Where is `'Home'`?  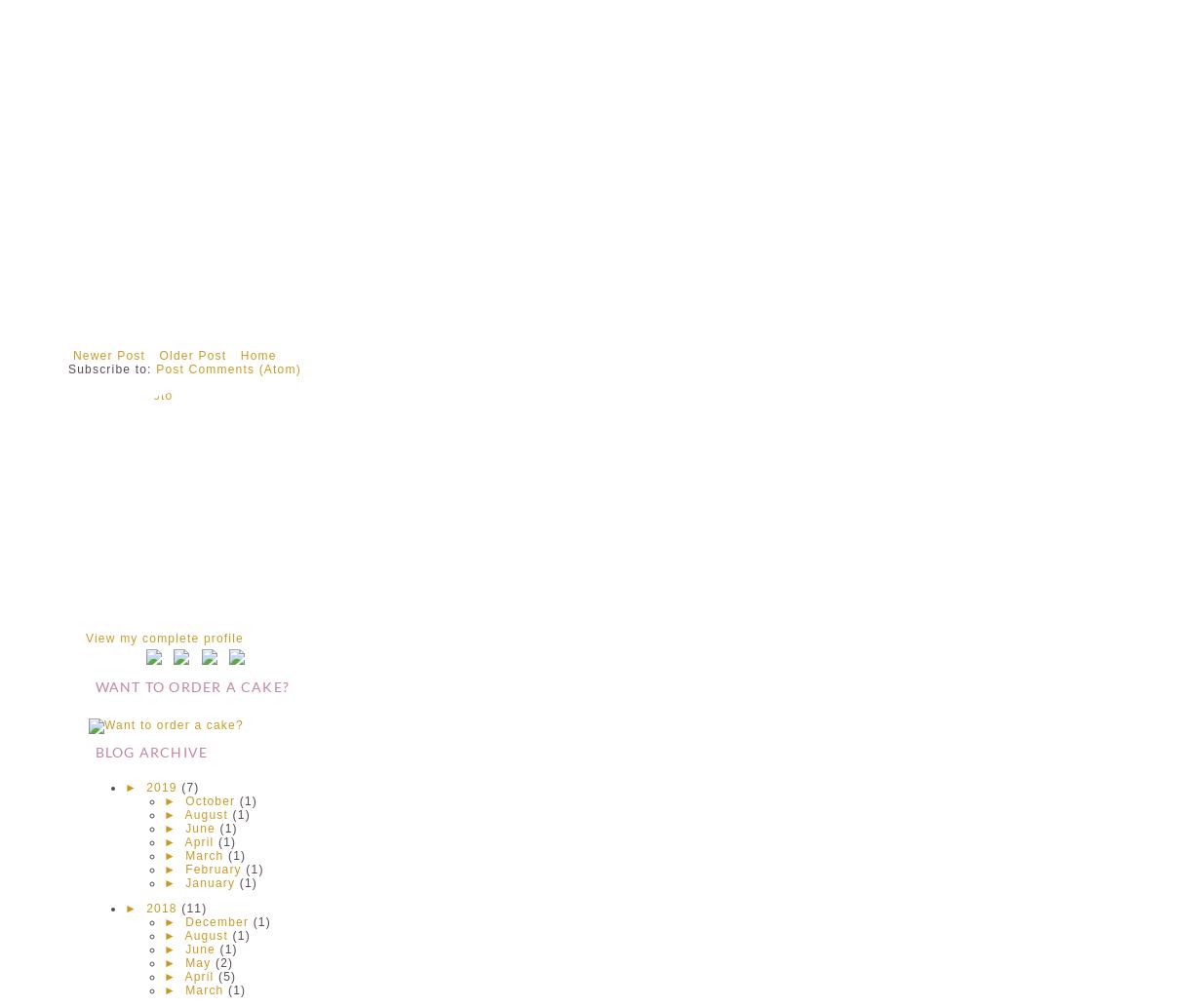 'Home' is located at coordinates (257, 355).